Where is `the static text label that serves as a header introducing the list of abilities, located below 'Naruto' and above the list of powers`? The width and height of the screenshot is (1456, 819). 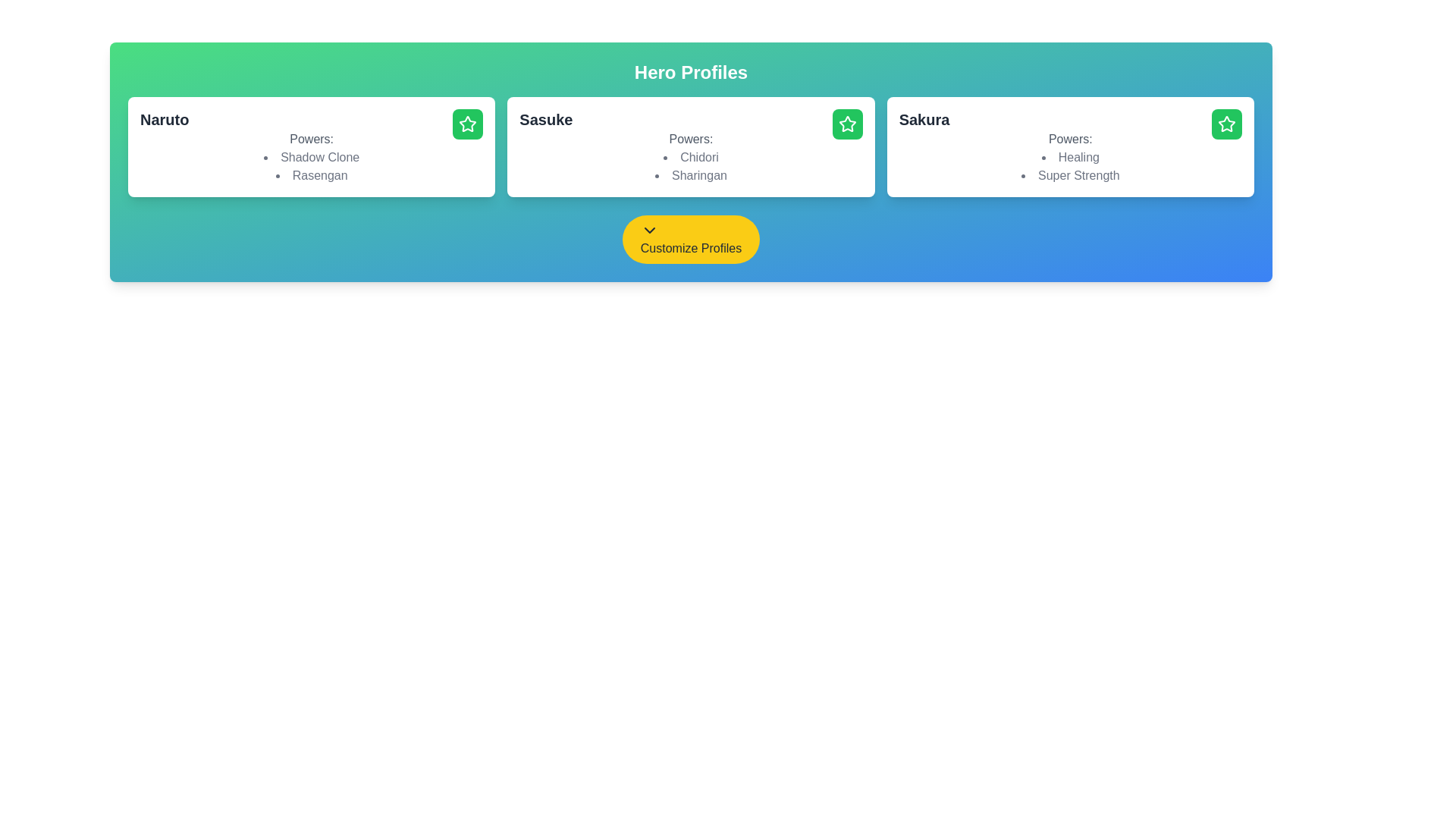
the static text label that serves as a header introducing the list of abilities, located below 'Naruto' and above the list of powers is located at coordinates (311, 140).